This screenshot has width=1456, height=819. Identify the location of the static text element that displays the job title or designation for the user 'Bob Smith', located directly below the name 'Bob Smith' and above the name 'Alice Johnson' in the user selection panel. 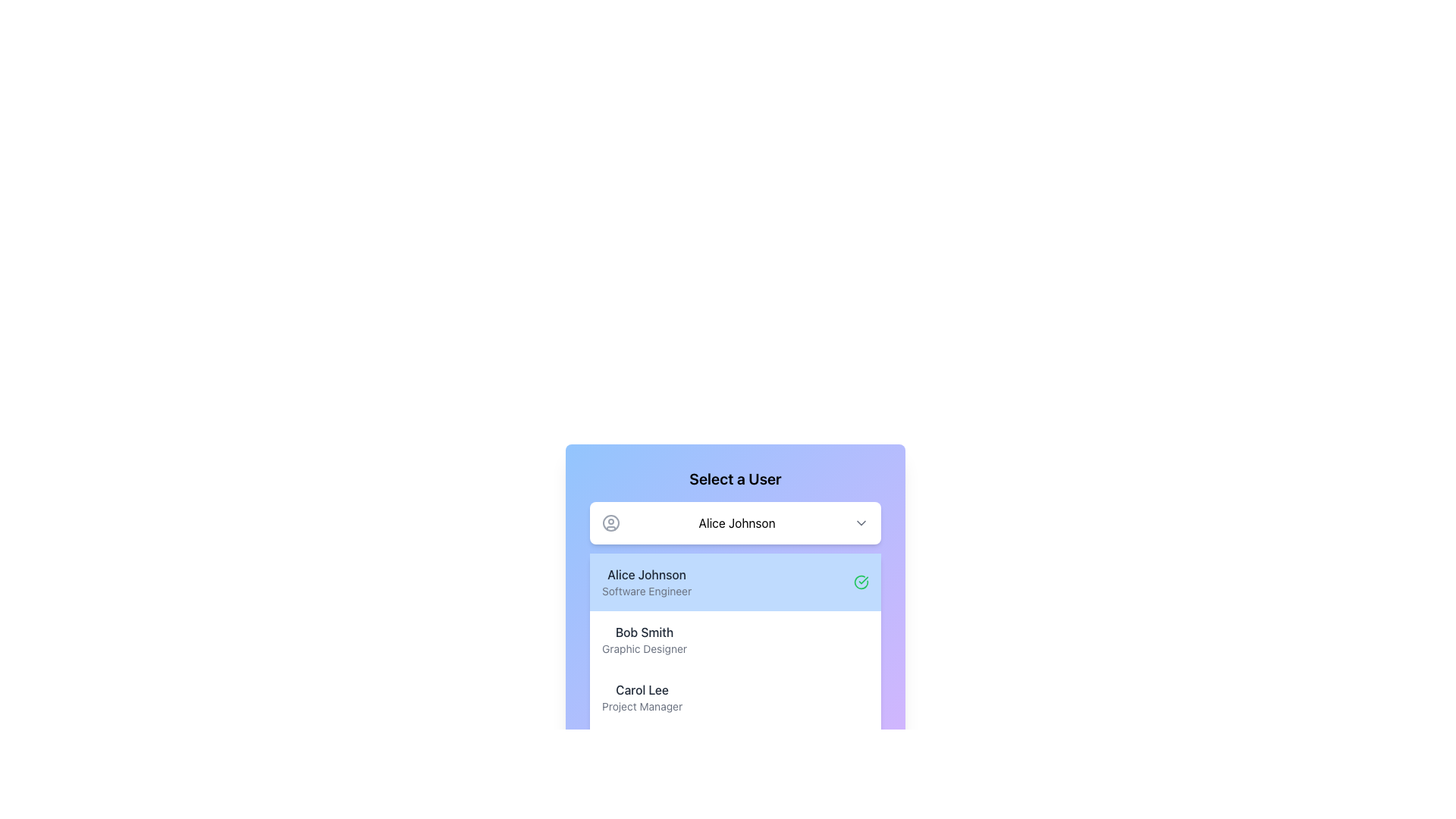
(644, 648).